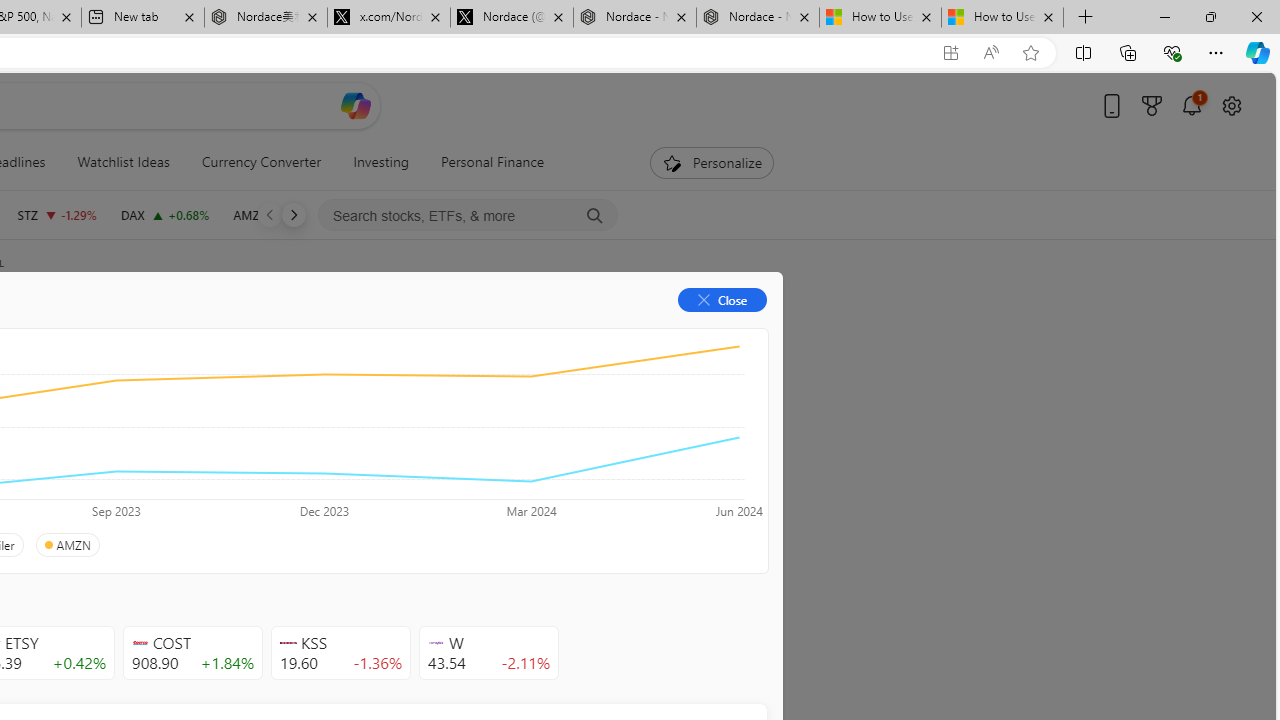 Image resolution: width=1280 pixels, height=720 pixels. What do you see at coordinates (1128, 51) in the screenshot?
I see `'Collections'` at bounding box center [1128, 51].